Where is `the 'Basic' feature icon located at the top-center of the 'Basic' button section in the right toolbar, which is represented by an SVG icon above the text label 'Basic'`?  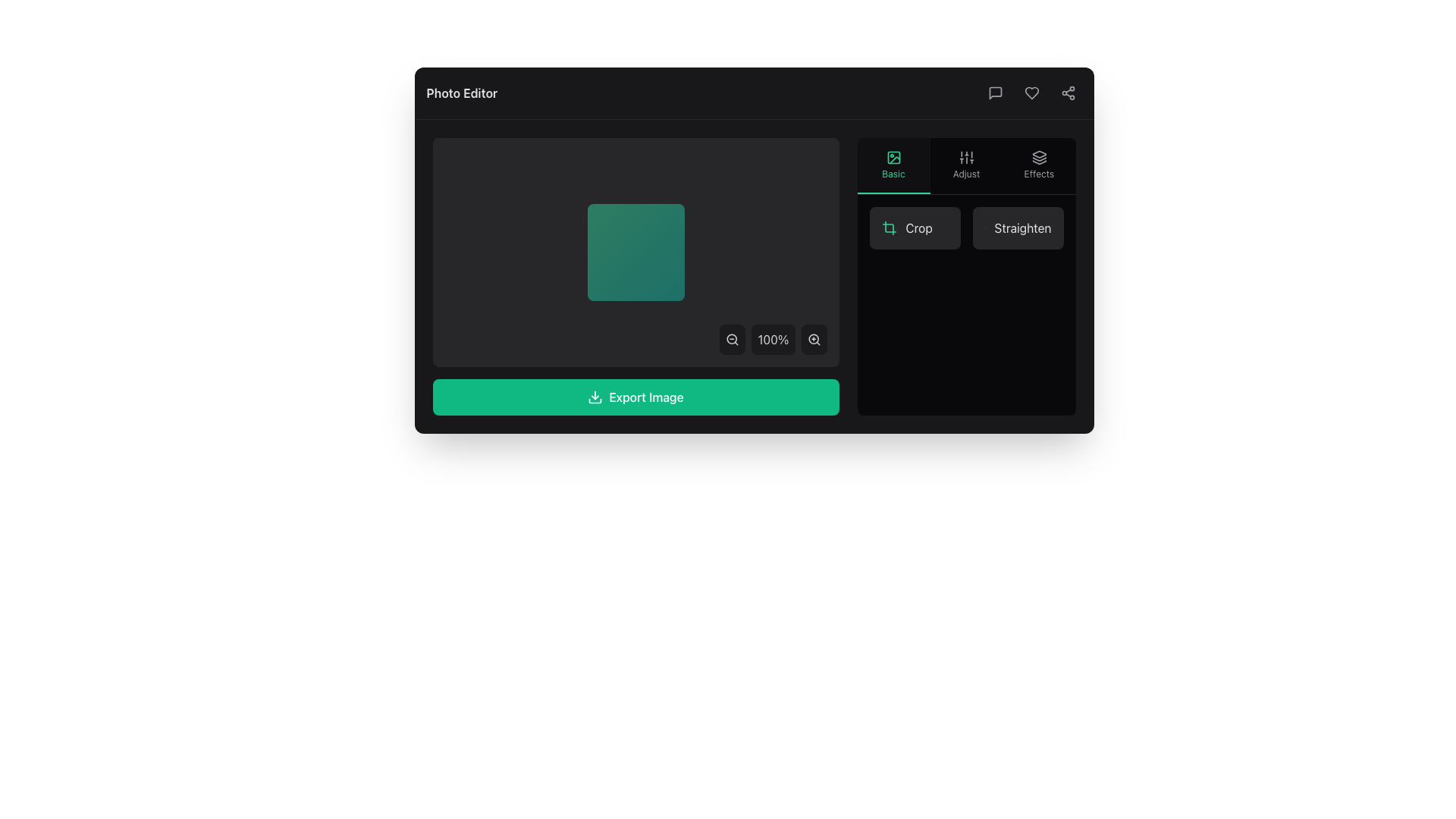
the 'Basic' feature icon located at the top-center of the 'Basic' button section in the right toolbar, which is represented by an SVG icon above the text label 'Basic' is located at coordinates (893, 158).